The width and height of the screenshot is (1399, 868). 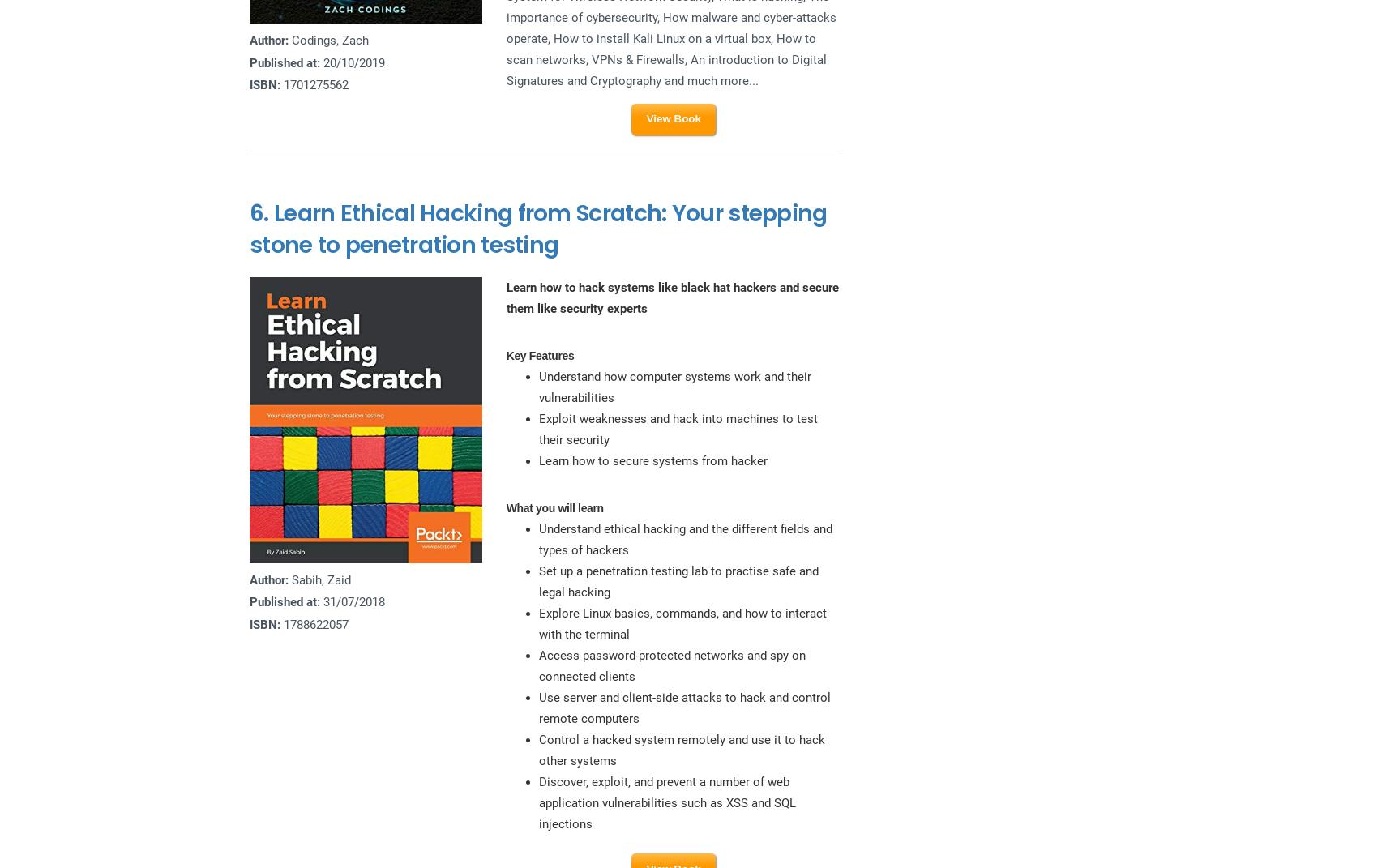 I want to click on '1701275562', so click(x=314, y=84).